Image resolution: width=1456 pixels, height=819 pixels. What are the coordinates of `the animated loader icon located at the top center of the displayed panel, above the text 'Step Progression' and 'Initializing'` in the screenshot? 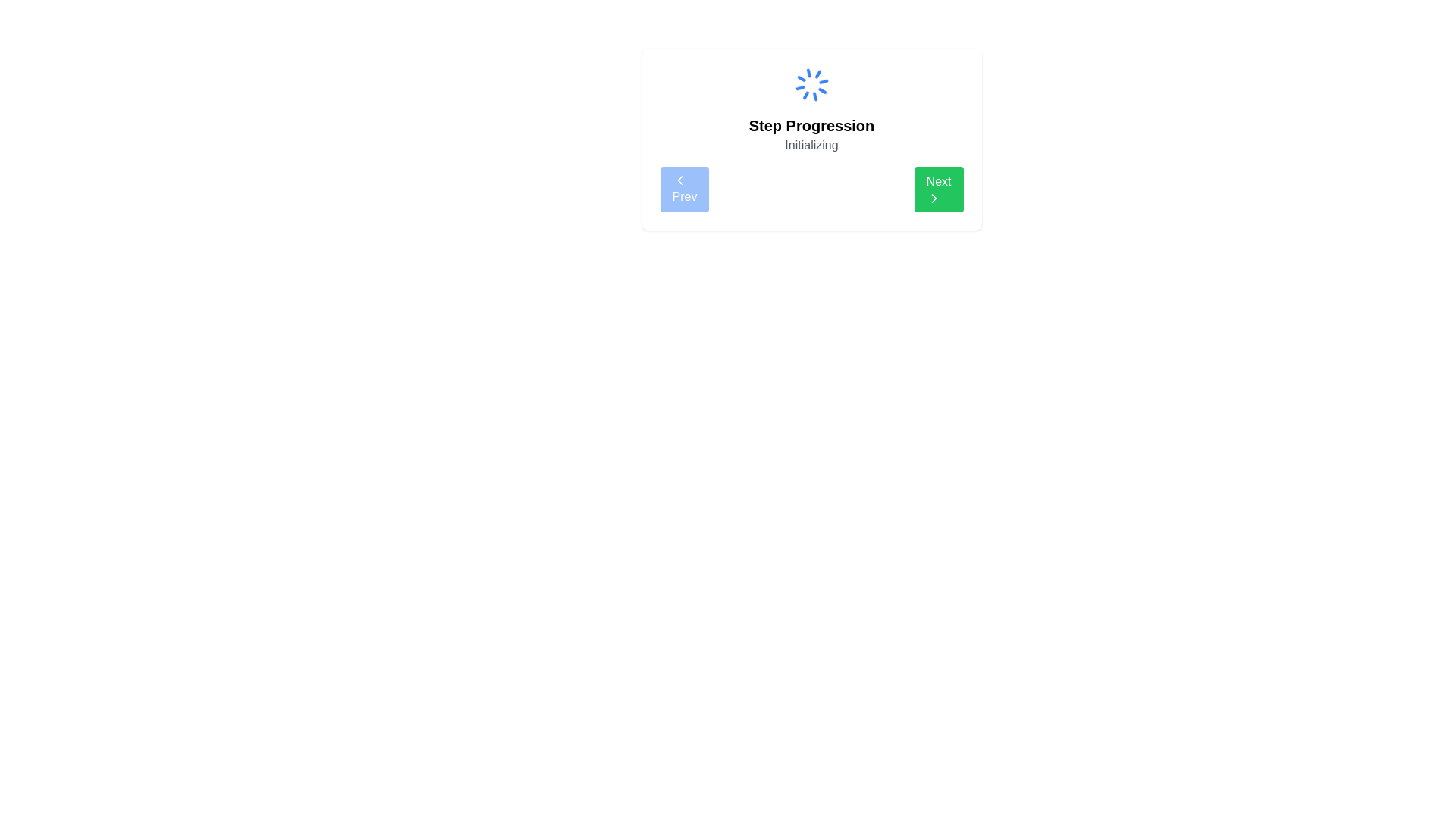 It's located at (811, 84).